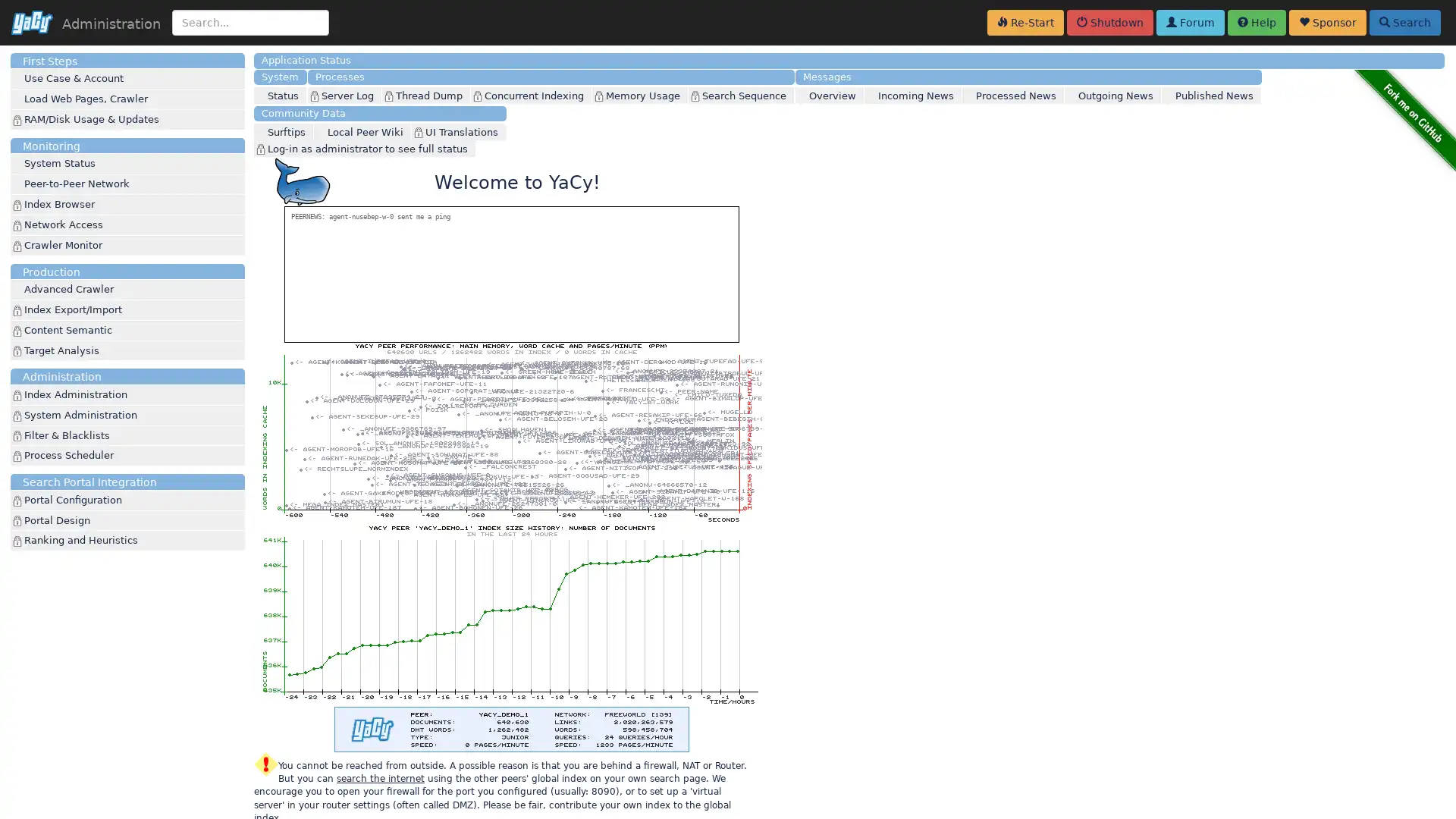 The image size is (1456, 819). I want to click on Shutdown, so click(1110, 23).